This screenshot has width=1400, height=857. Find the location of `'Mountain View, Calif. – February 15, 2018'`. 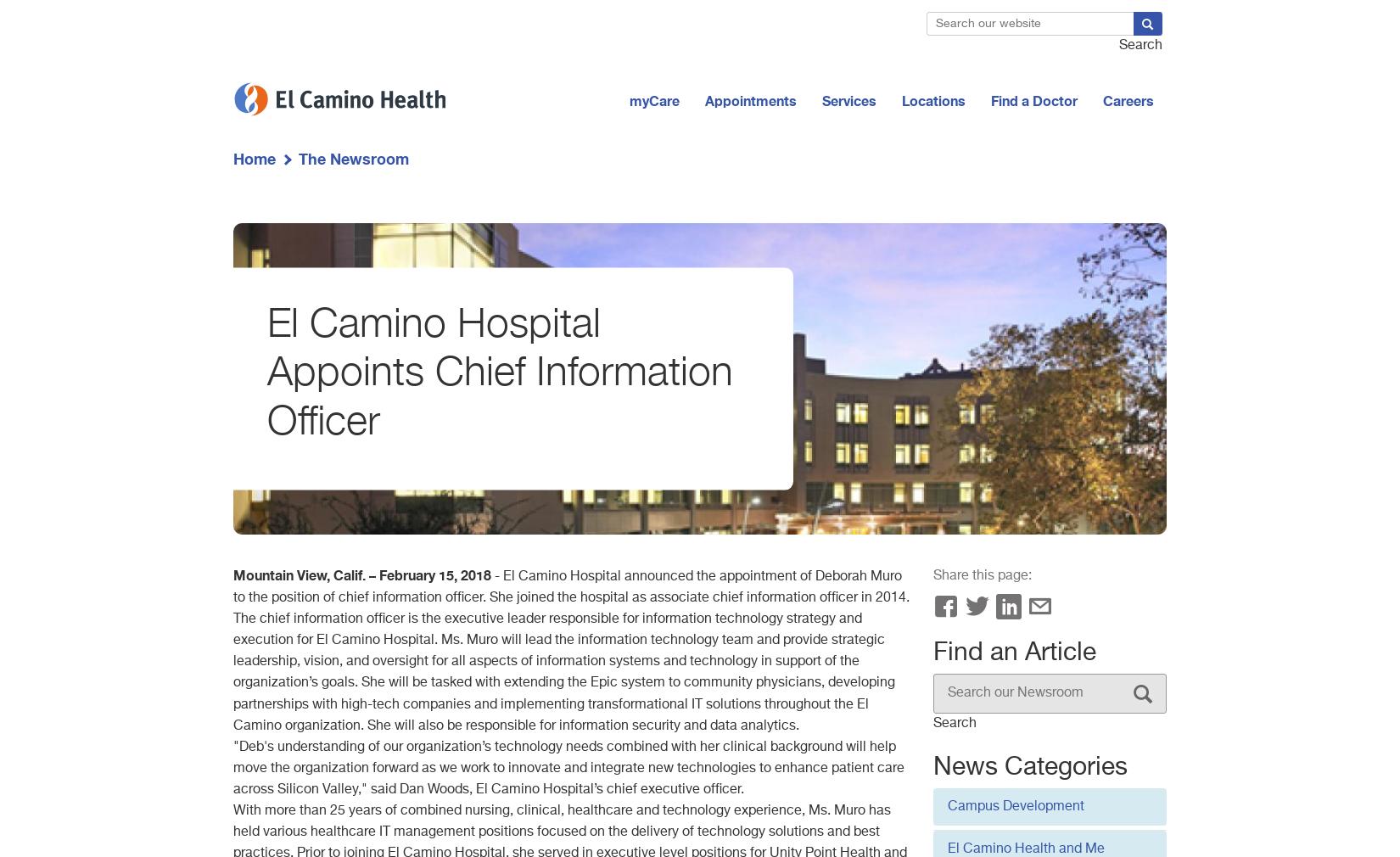

'Mountain View, Calif. – February 15, 2018' is located at coordinates (361, 573).